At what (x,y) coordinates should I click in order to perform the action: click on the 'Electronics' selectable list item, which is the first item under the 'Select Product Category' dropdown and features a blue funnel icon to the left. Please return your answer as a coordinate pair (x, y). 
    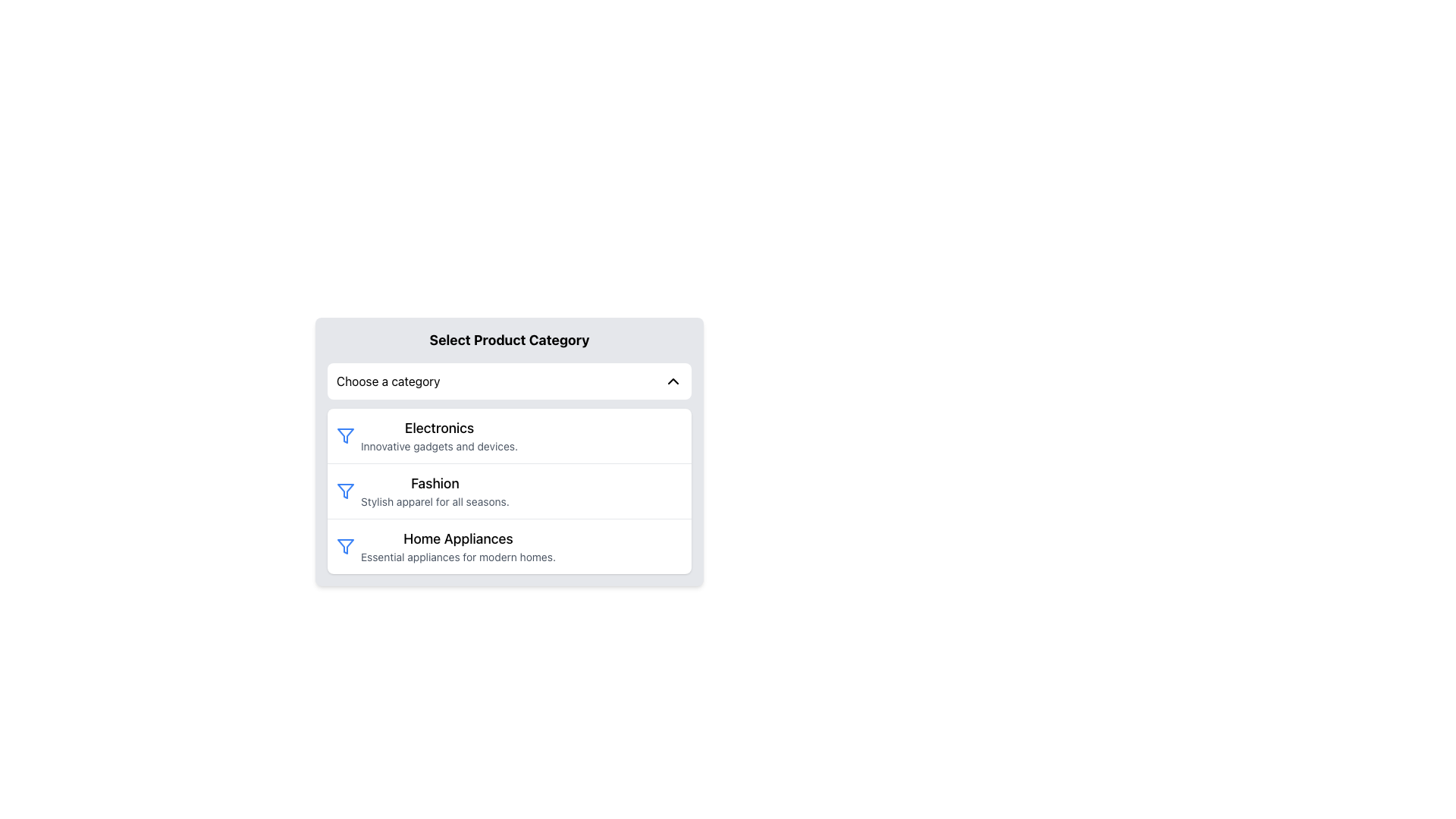
    Looking at the image, I should click on (510, 435).